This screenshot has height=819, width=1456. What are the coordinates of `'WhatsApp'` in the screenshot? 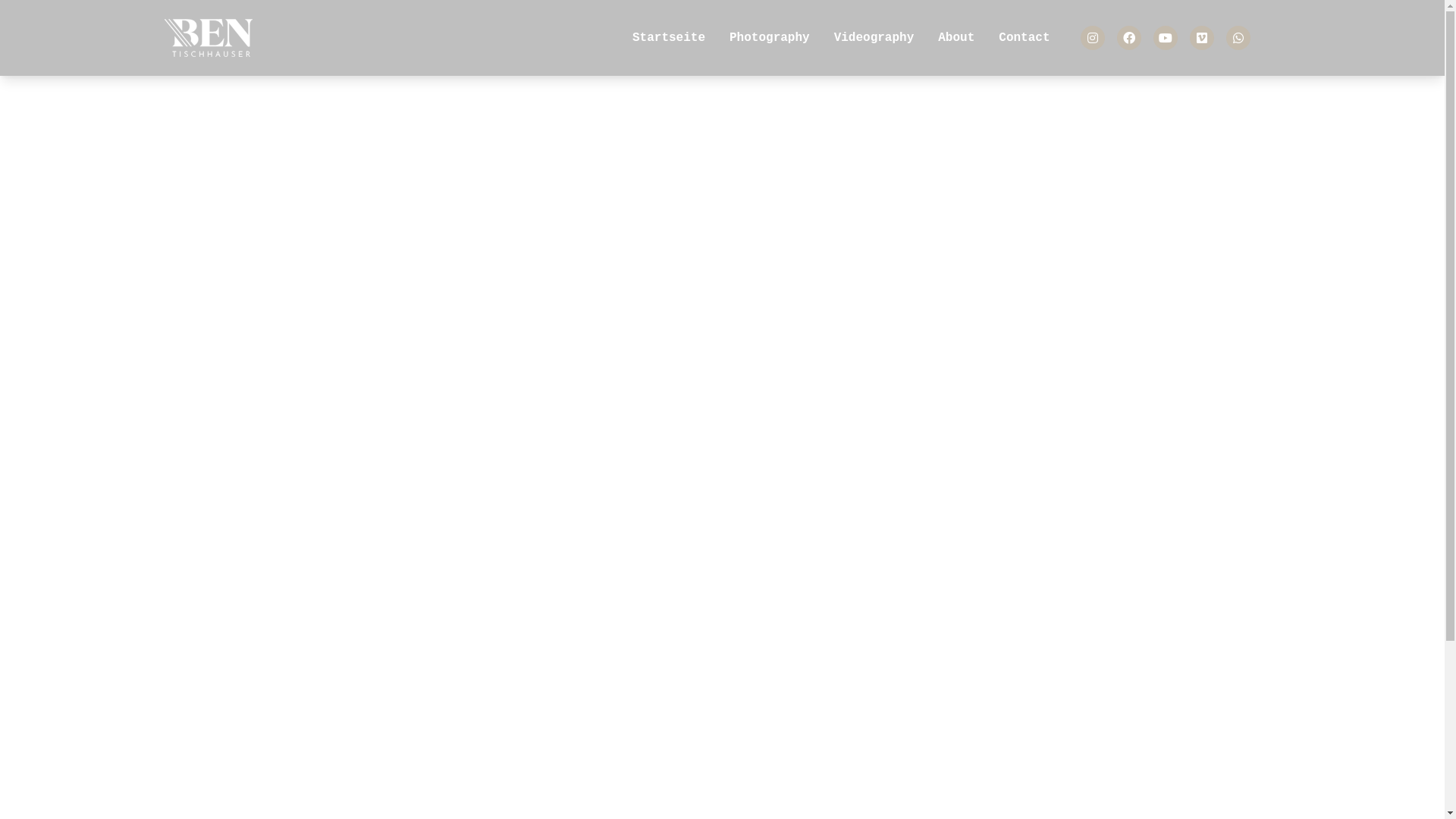 It's located at (1238, 37).